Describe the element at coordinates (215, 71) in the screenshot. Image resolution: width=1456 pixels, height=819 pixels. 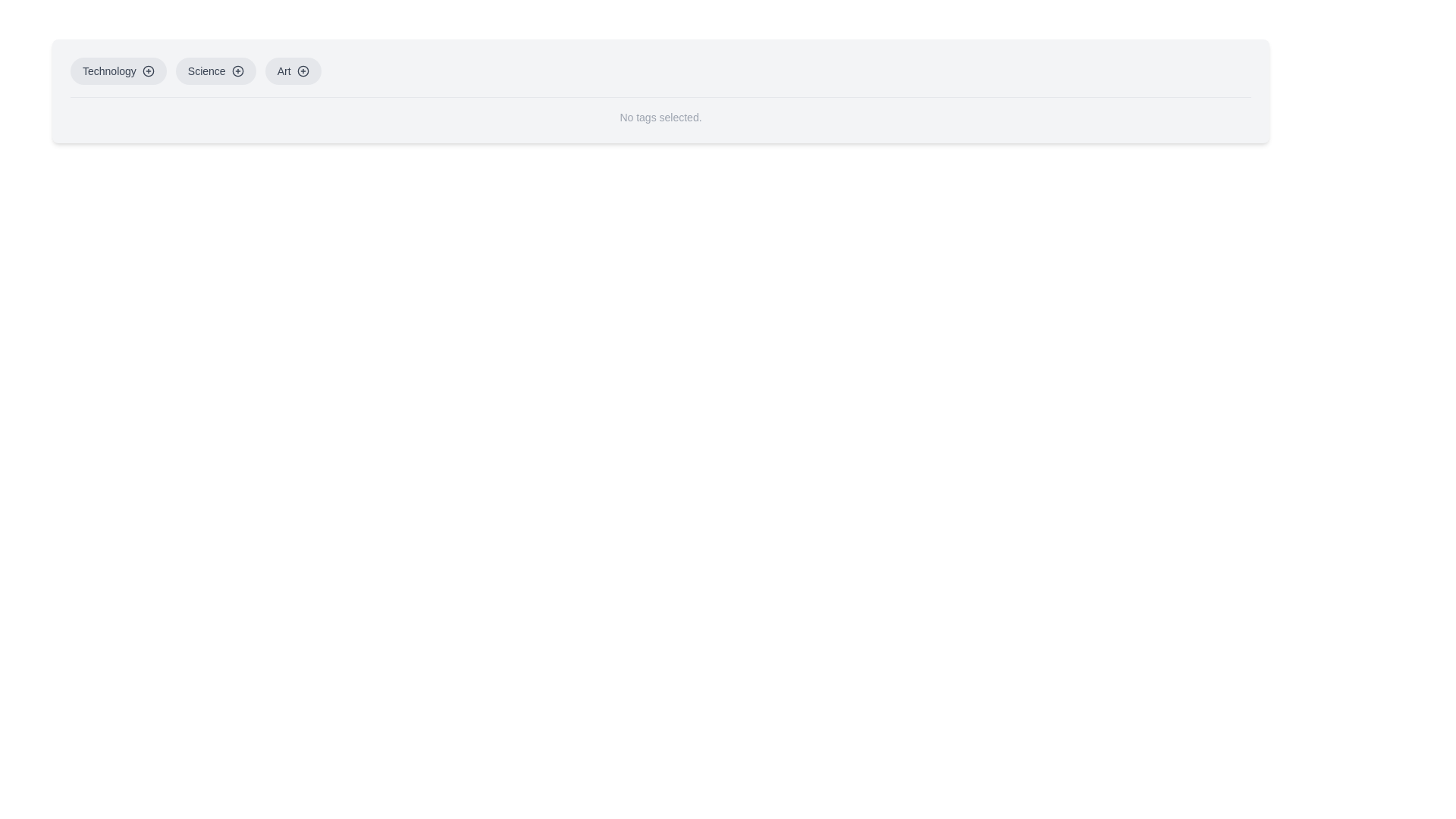
I see `the 'Science' button, which is a rounded rectangular button with a light gray background and a '+' icon on the right` at that location.